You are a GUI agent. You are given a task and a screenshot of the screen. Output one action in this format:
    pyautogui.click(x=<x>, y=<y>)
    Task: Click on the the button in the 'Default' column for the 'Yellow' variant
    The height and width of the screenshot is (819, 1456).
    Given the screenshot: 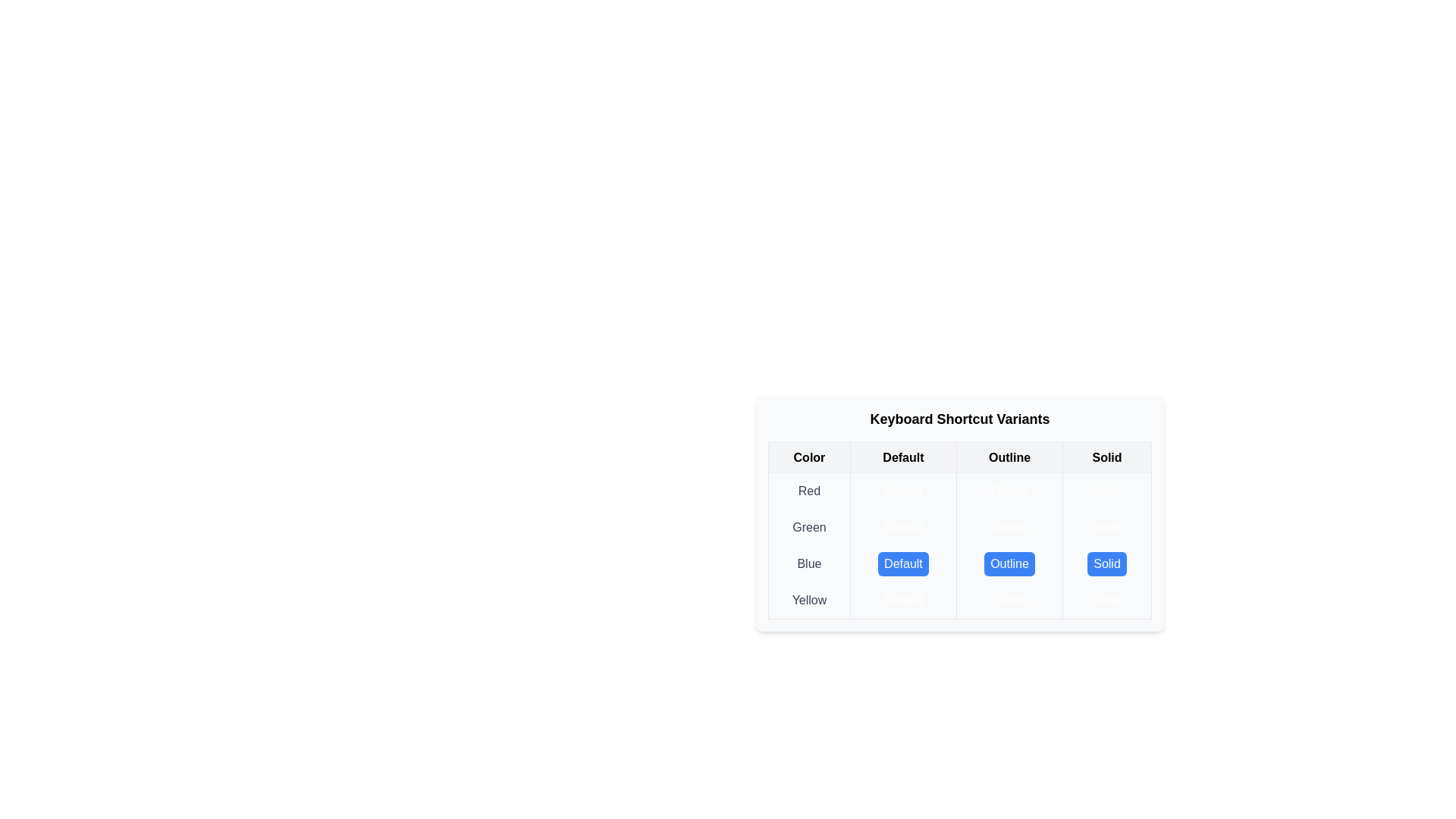 What is the action you would take?
    pyautogui.click(x=903, y=599)
    